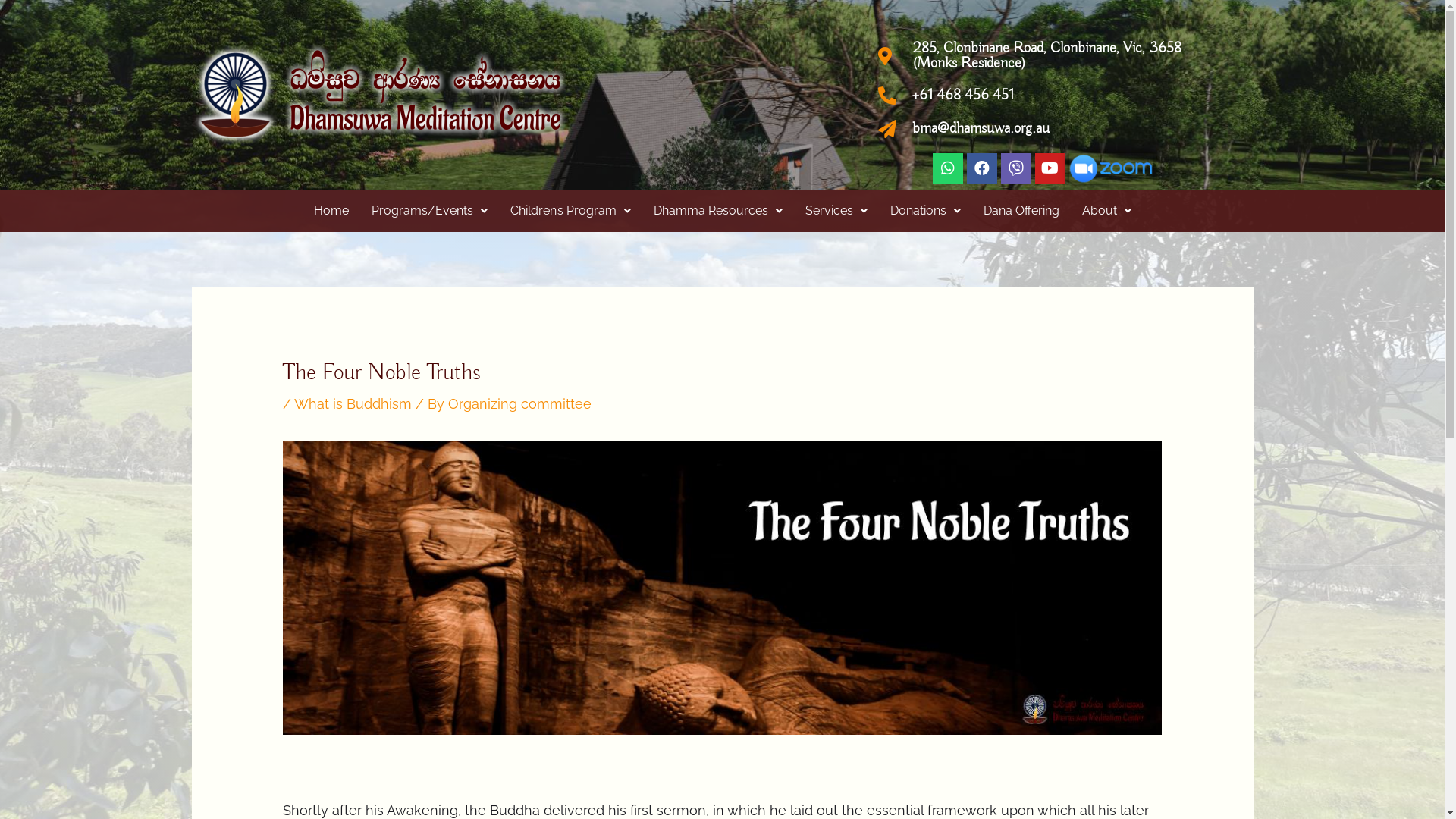 This screenshot has width=1456, height=819. Describe the element at coordinates (1034, 168) in the screenshot. I see `'Youtube'` at that location.